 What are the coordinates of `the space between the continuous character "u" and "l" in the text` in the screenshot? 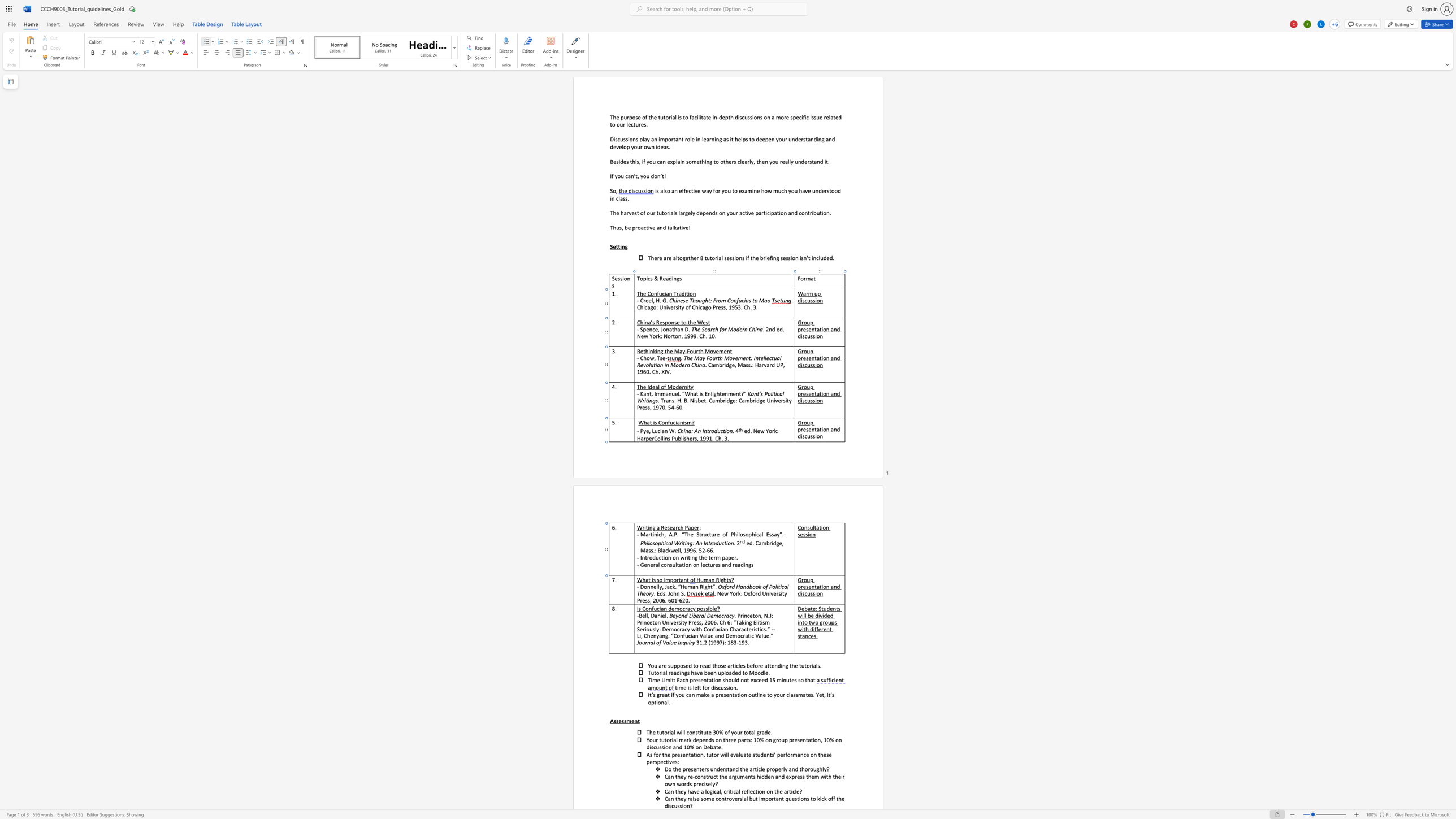 It's located at (674, 564).